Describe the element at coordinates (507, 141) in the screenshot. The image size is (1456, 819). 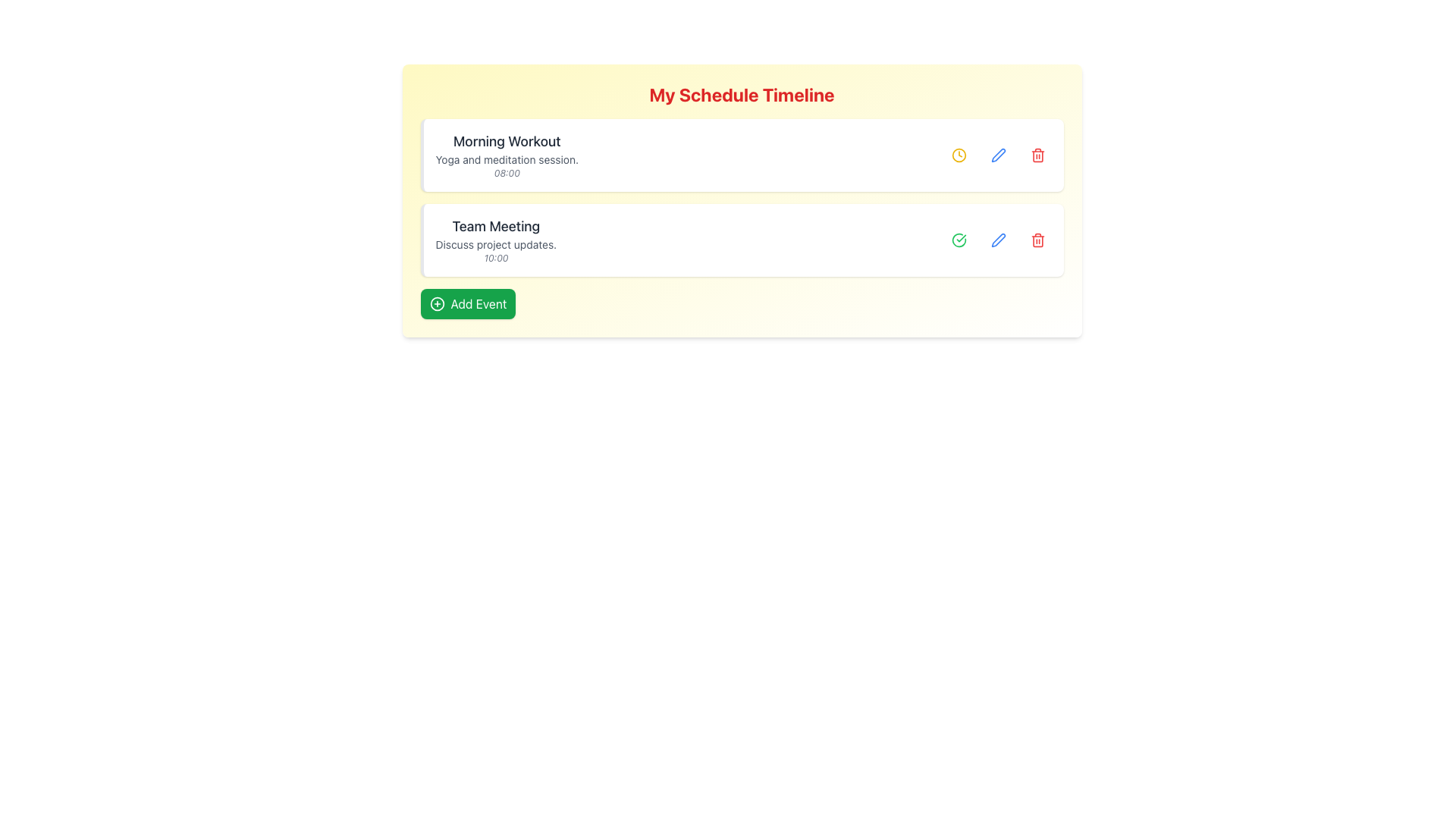
I see `the 'Morning Workout' text label, which is prominently displayed in a larger, bold, dark gray font inside the first schedule card under 'My Schedule Timeline'` at that location.